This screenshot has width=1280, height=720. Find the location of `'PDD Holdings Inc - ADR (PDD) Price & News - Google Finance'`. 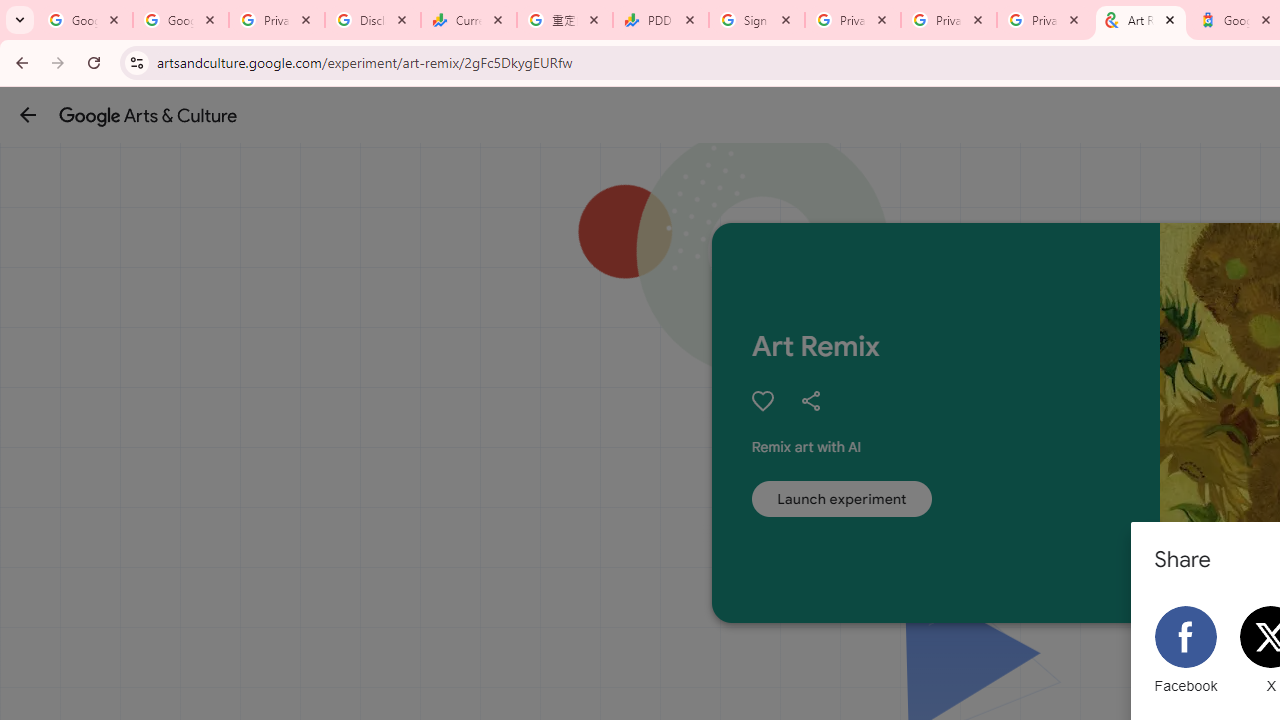

'PDD Holdings Inc - ADR (PDD) Price & News - Google Finance' is located at coordinates (661, 20).